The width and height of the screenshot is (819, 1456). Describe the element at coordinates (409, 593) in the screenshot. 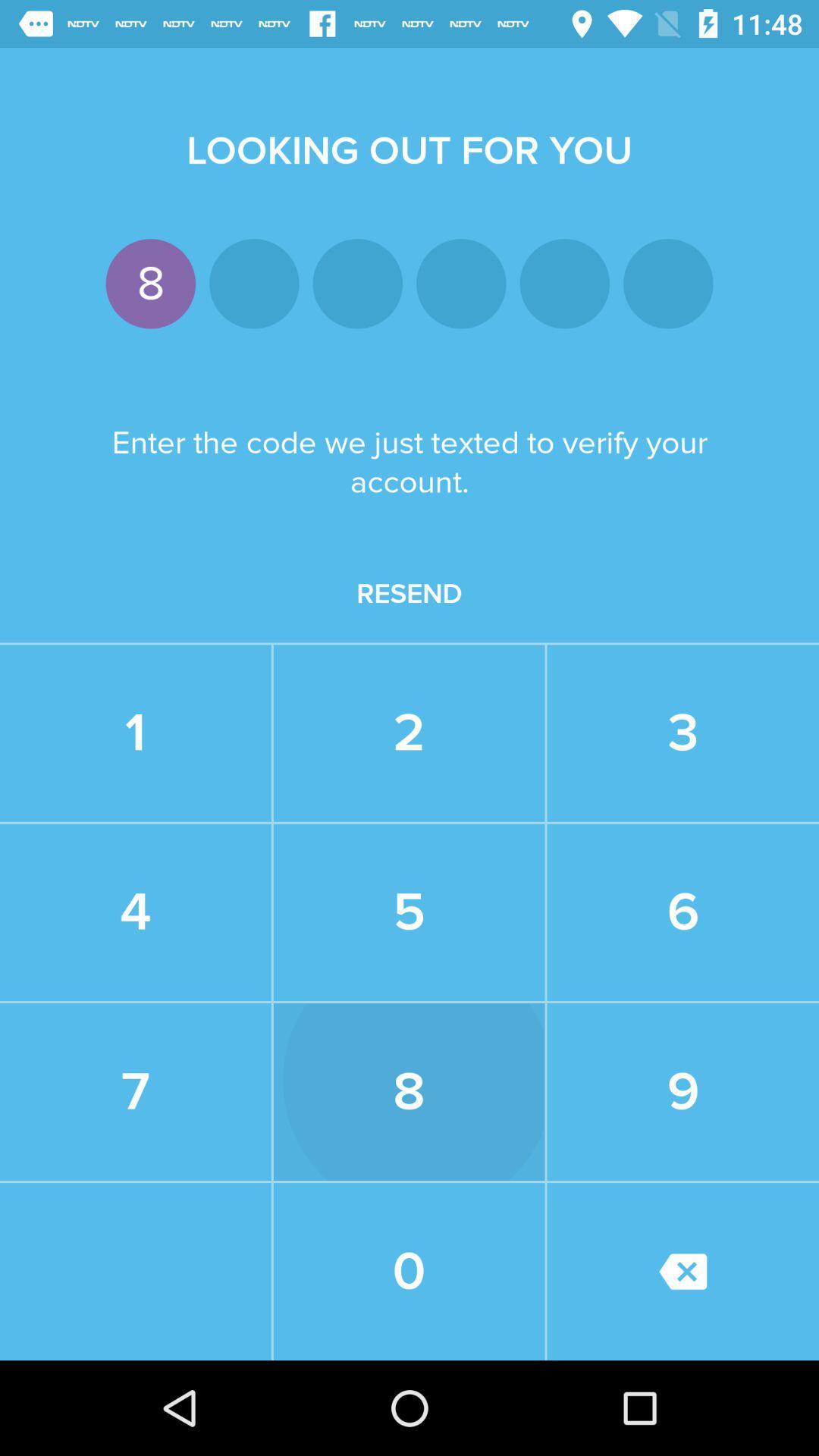

I see `item below enter the code item` at that location.